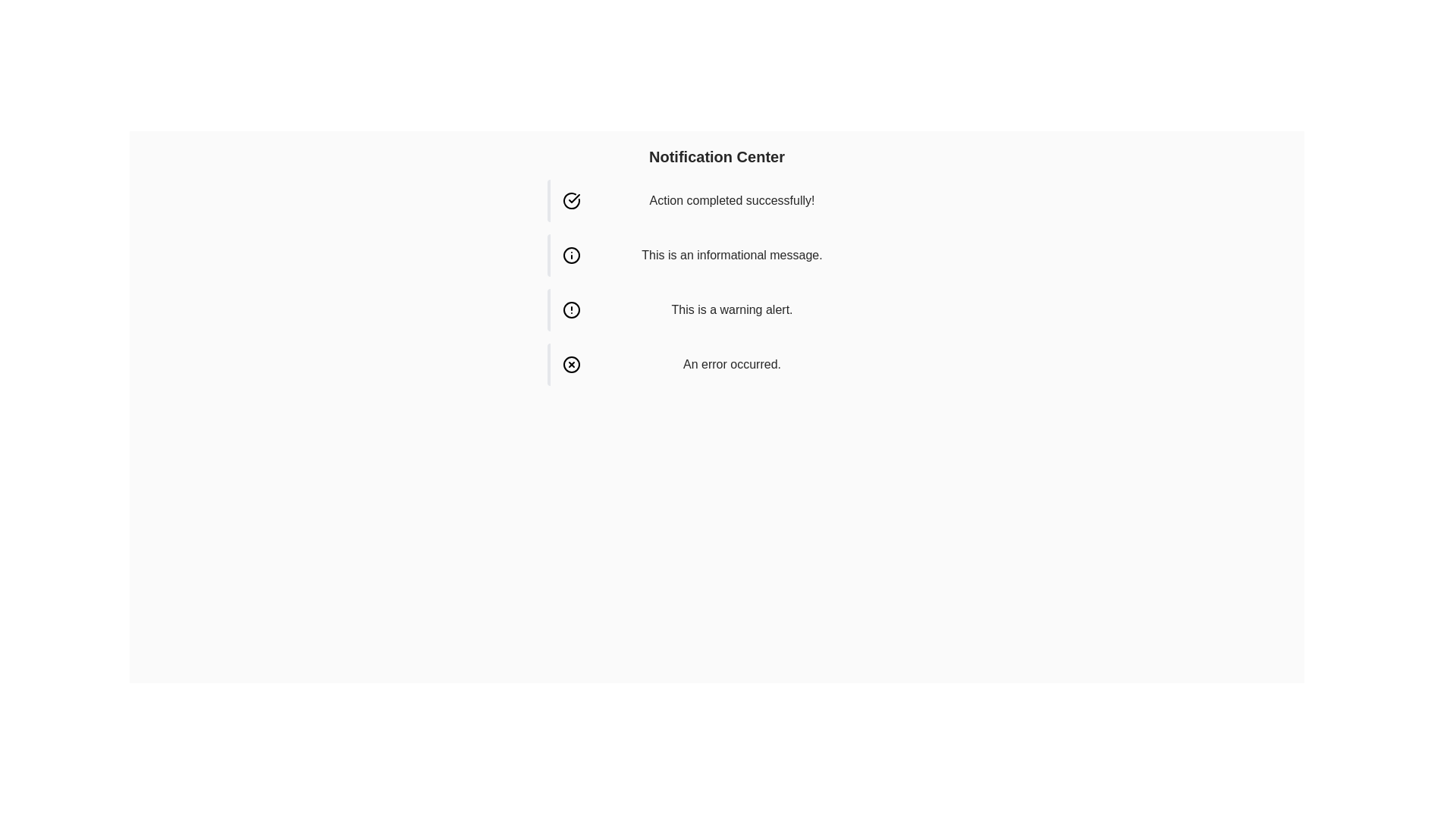 The image size is (1456, 819). What do you see at coordinates (716, 309) in the screenshot?
I see `the third notification alert in the vertical list, which serves as a warning notification to inform the user about potential issues` at bounding box center [716, 309].